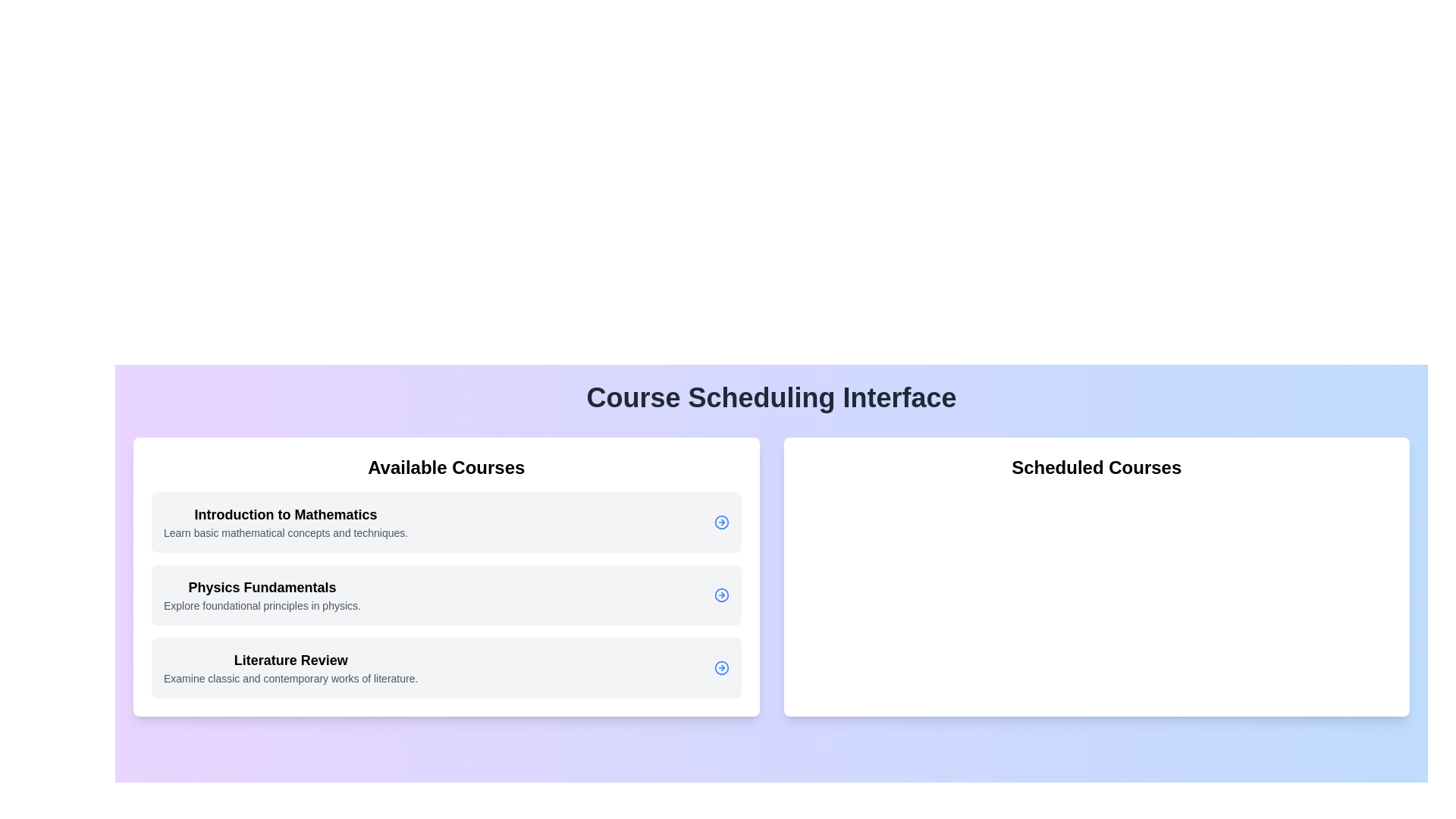 The width and height of the screenshot is (1456, 819). What do you see at coordinates (286, 532) in the screenshot?
I see `information from the text label that reads 'Learn basic mathematical concepts and techniques.' located below the title 'Introduction to Mathematics'` at bounding box center [286, 532].